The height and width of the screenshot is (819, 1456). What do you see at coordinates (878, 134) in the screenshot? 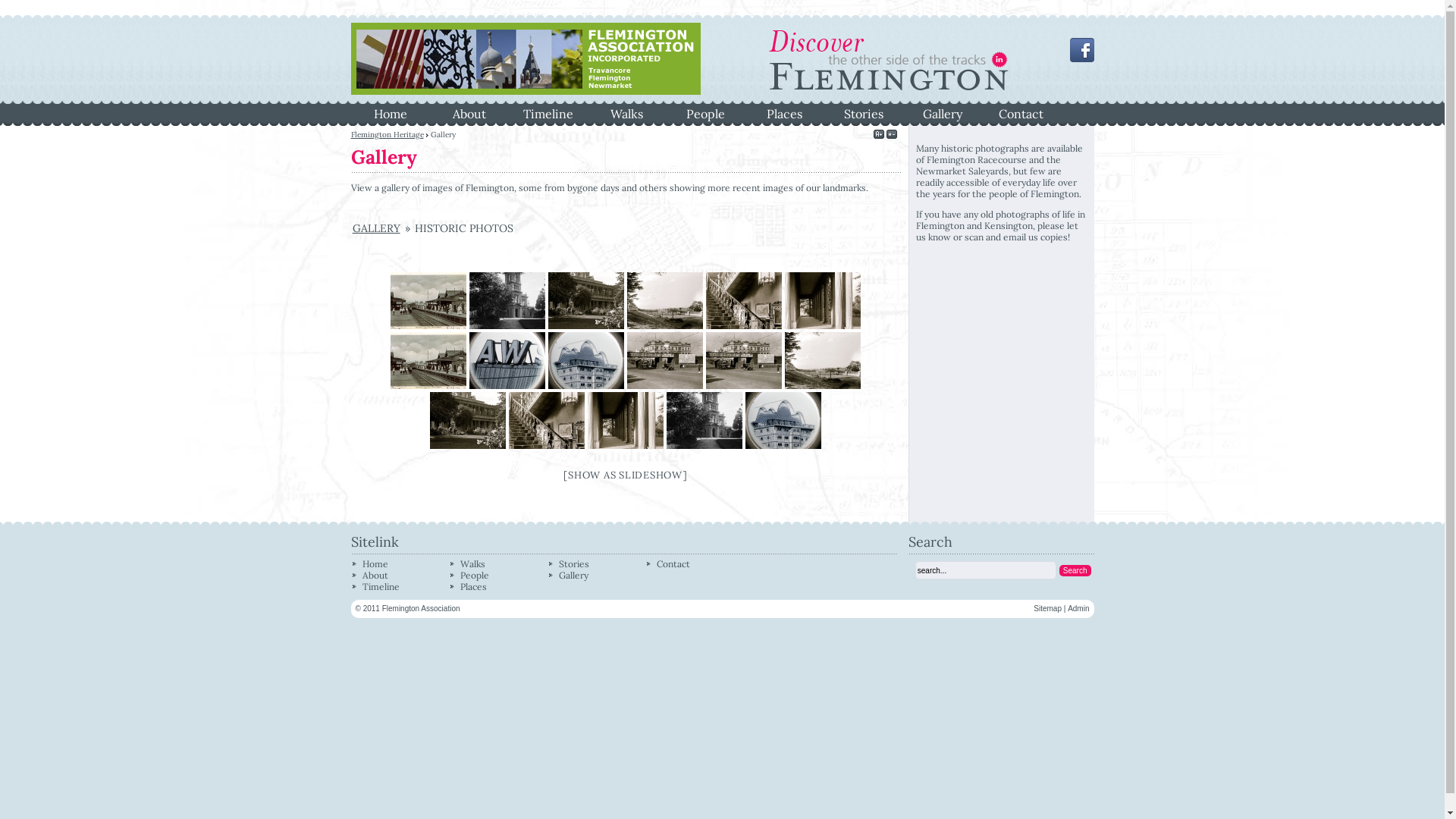
I see `'Increase font size'` at bounding box center [878, 134].